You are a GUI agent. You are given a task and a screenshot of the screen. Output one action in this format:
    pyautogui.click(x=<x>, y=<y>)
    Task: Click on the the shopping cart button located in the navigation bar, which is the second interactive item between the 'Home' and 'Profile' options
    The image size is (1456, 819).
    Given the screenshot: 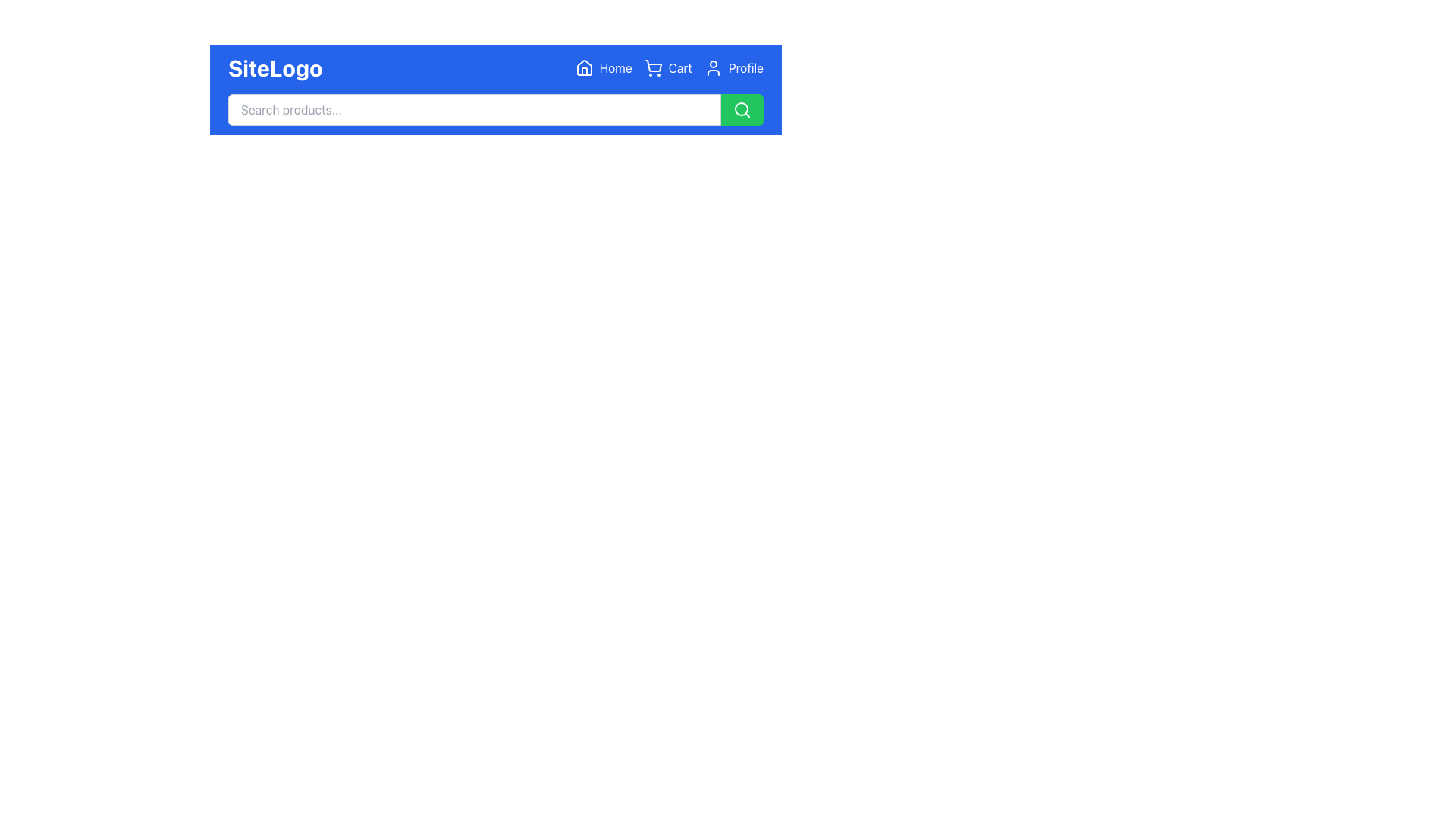 What is the action you would take?
    pyautogui.click(x=667, y=67)
    